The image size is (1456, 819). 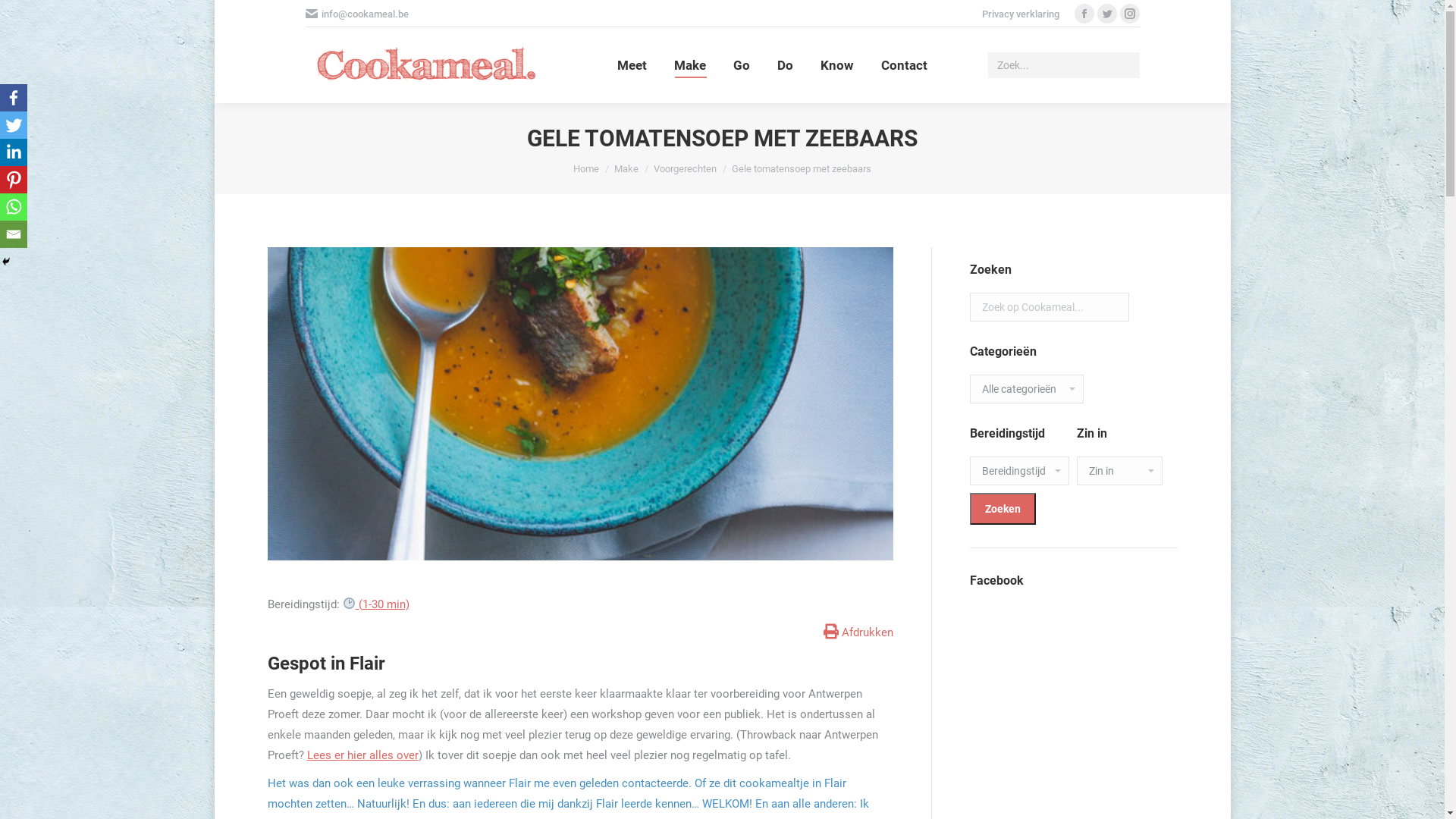 What do you see at coordinates (904, 64) in the screenshot?
I see `'Contact'` at bounding box center [904, 64].